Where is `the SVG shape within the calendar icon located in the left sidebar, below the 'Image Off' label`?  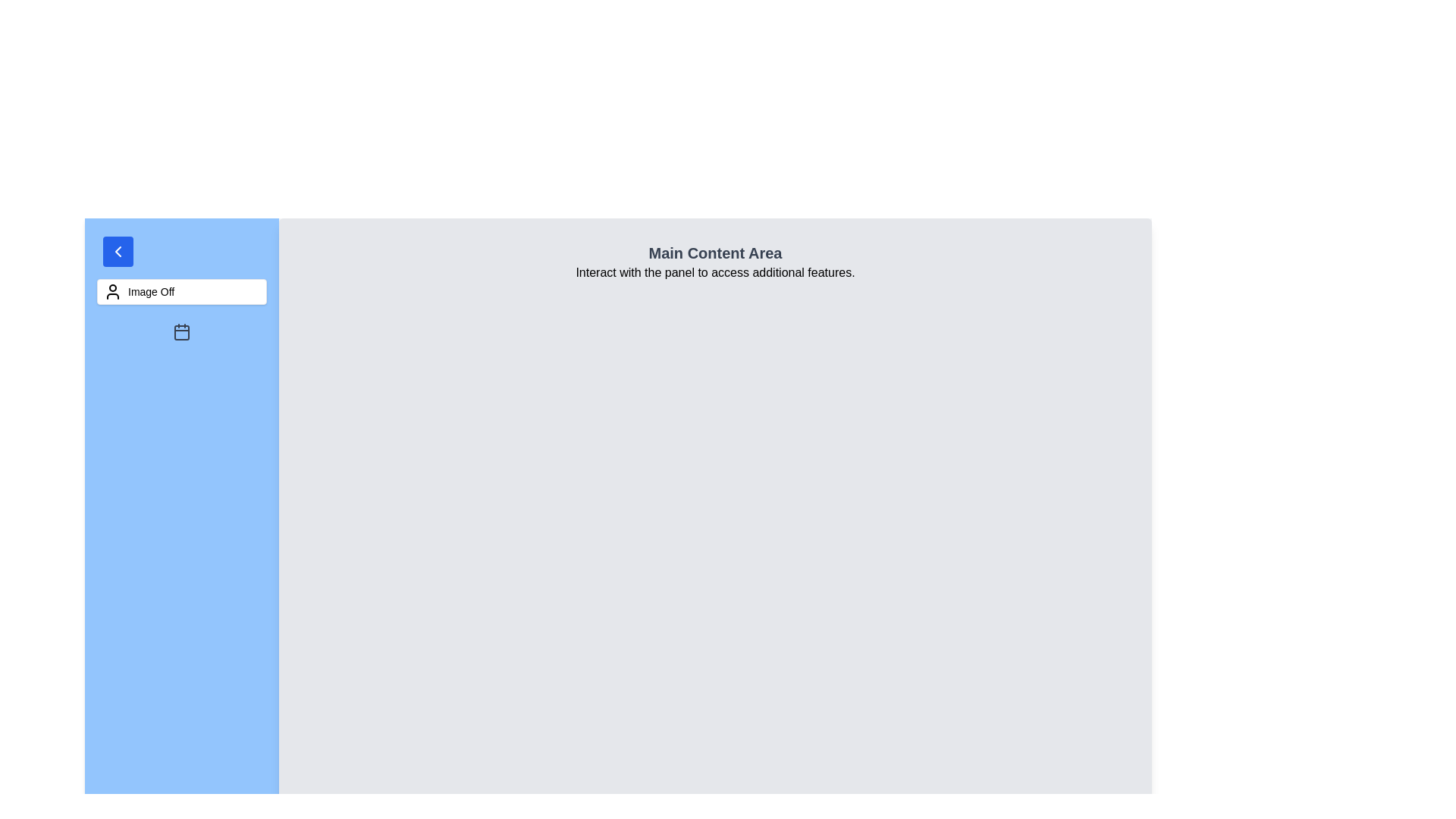
the SVG shape within the calendar icon located in the left sidebar, below the 'Image Off' label is located at coordinates (182, 332).